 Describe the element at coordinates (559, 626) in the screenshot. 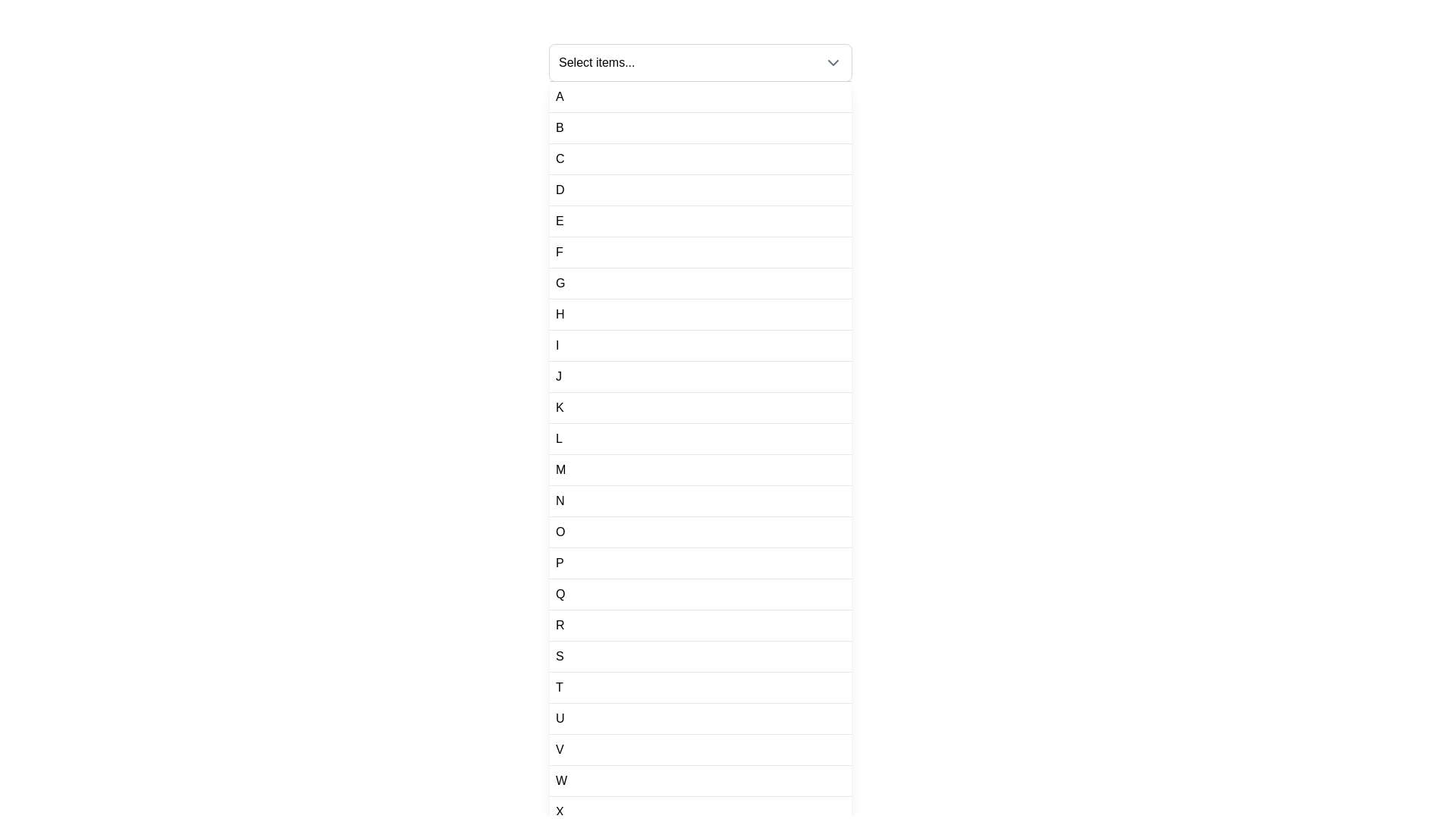

I see `the standalone character 'R' styled in black over a white background` at that location.